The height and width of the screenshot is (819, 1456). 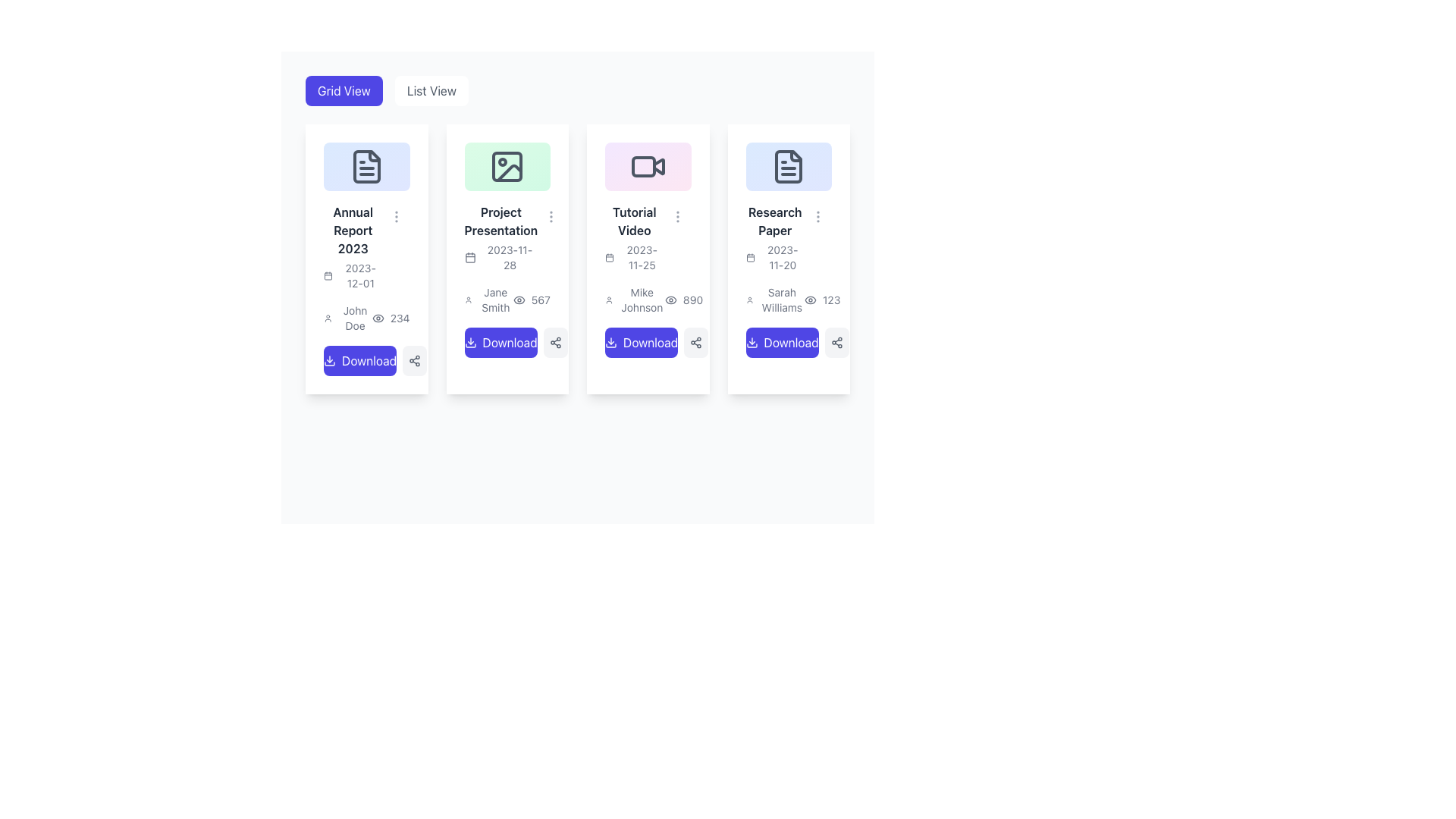 What do you see at coordinates (830, 300) in the screenshot?
I see `value displayed in the Text label that shows '123', which is positioned to the right of an eye icon in a horizontal group at the bottom of the last card` at bounding box center [830, 300].